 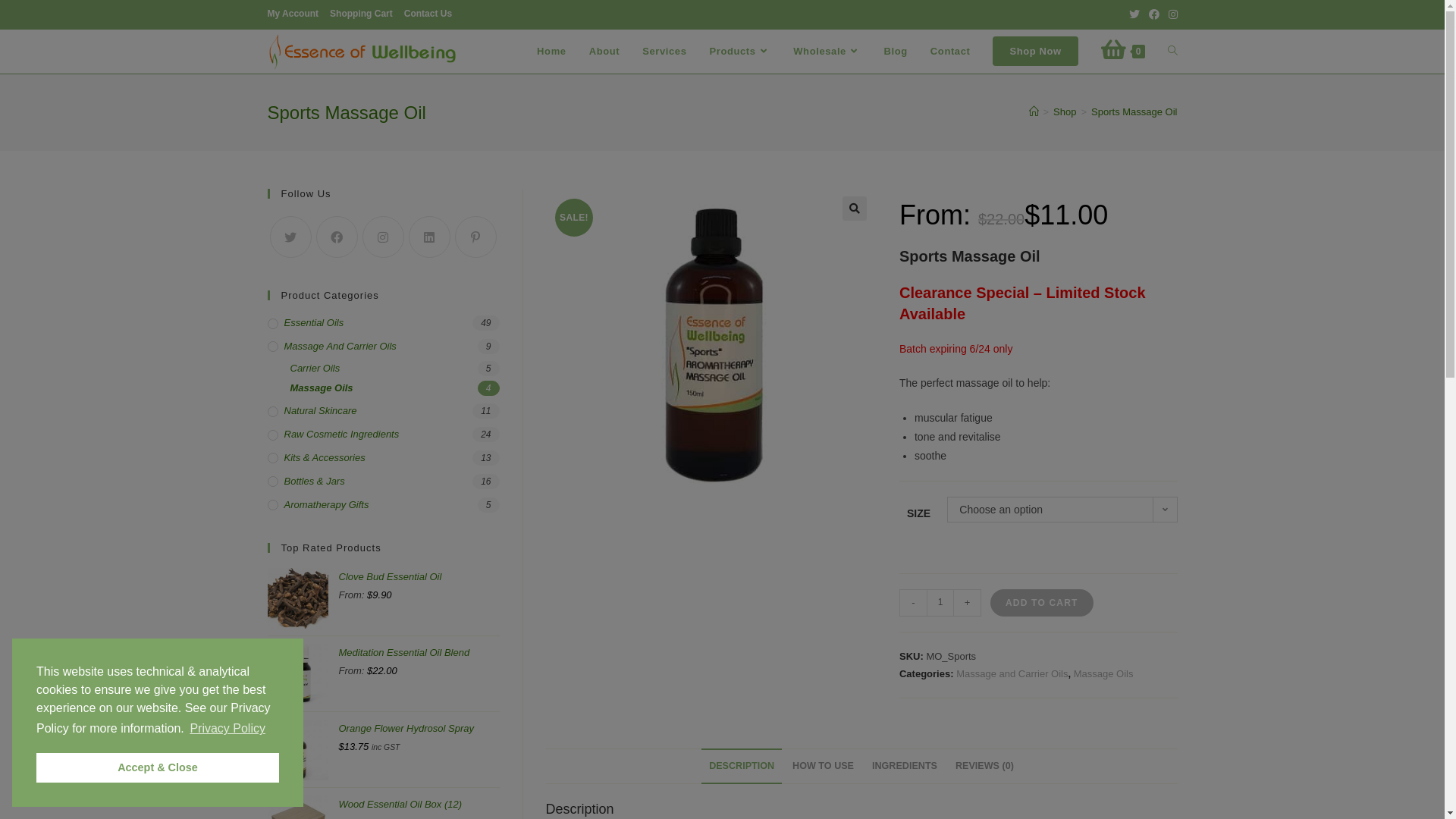 What do you see at coordinates (419, 736) in the screenshot?
I see `'Orange Flower Hydrosol Spray'` at bounding box center [419, 736].